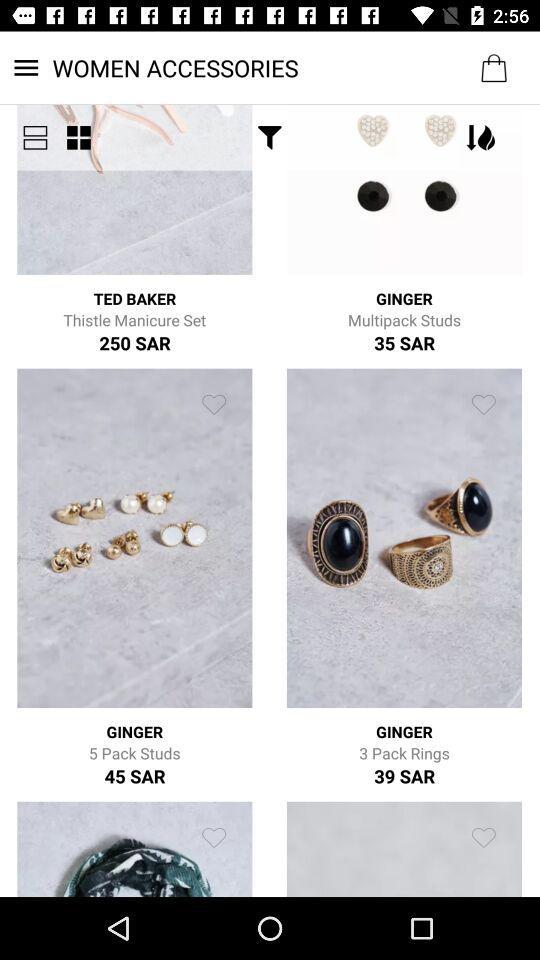 The width and height of the screenshot is (540, 960). What do you see at coordinates (77, 136) in the screenshot?
I see `item below women accessories item` at bounding box center [77, 136].